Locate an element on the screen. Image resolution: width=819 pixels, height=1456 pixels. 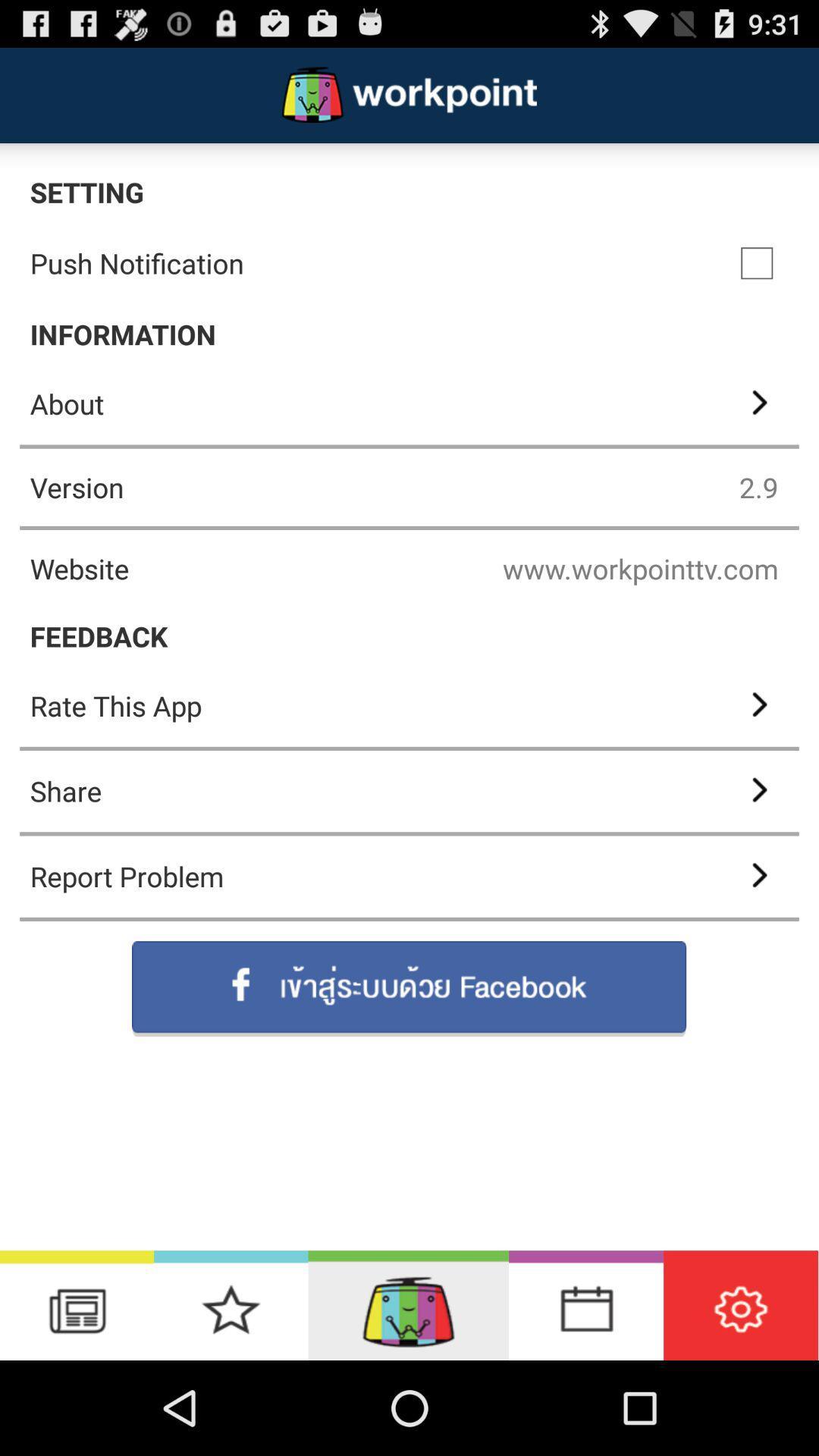
workpoint is located at coordinates (407, 1304).